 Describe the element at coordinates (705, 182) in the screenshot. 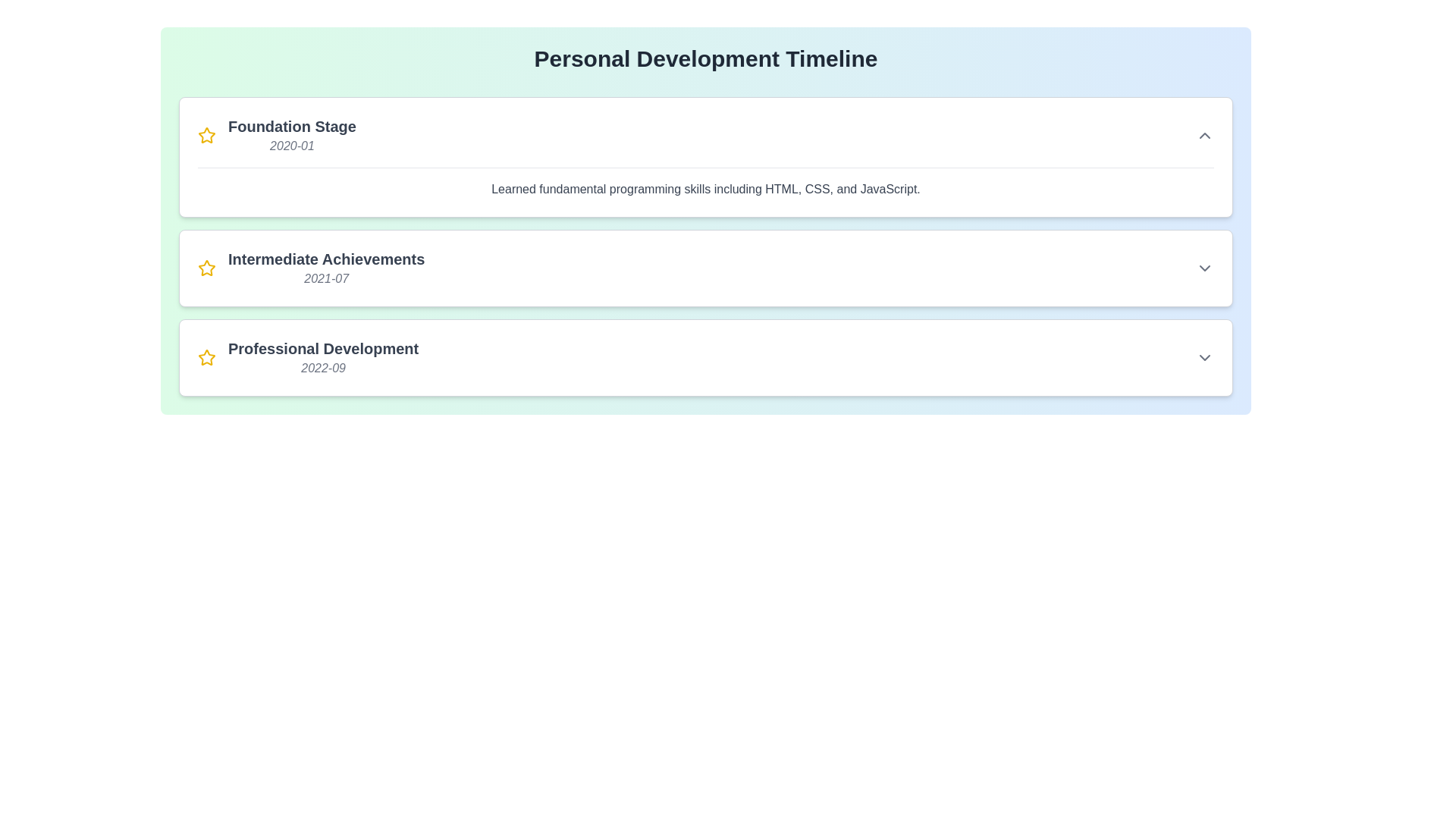

I see `text element that provides a description of achievements or skills learned during the 'Foundation Stage' period, located below the section header` at that location.